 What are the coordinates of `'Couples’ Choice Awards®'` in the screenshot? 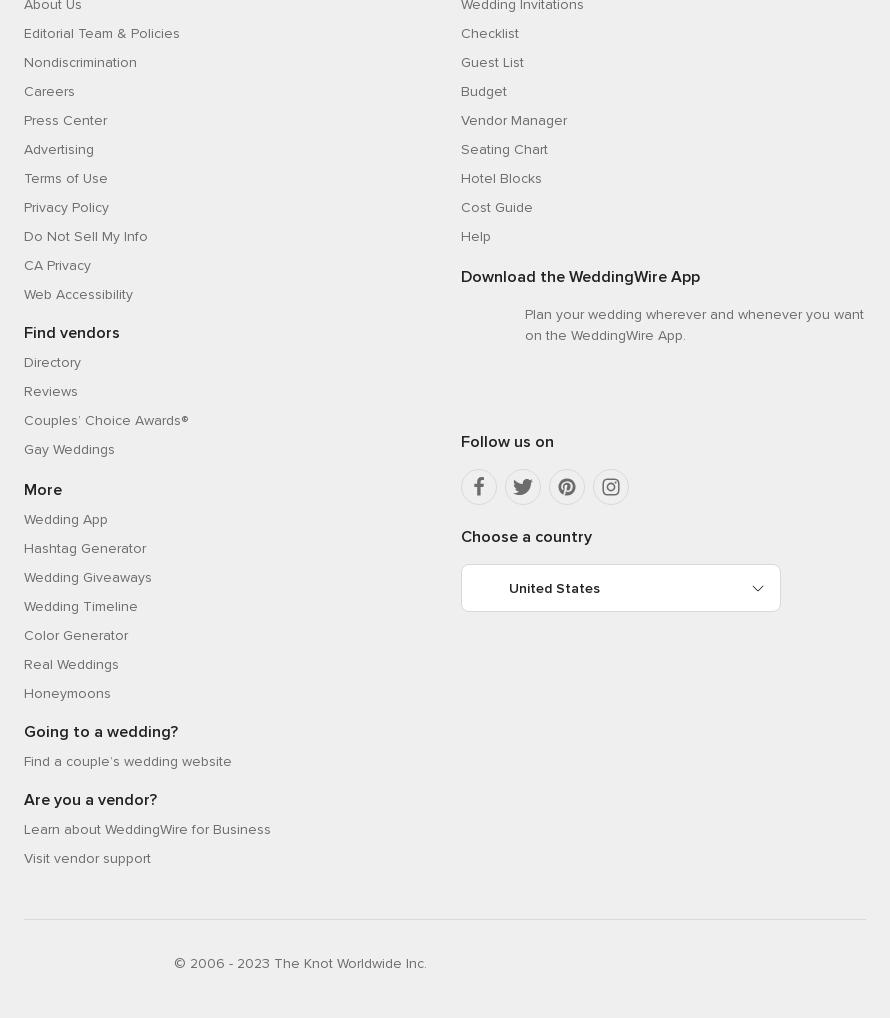 It's located at (104, 418).